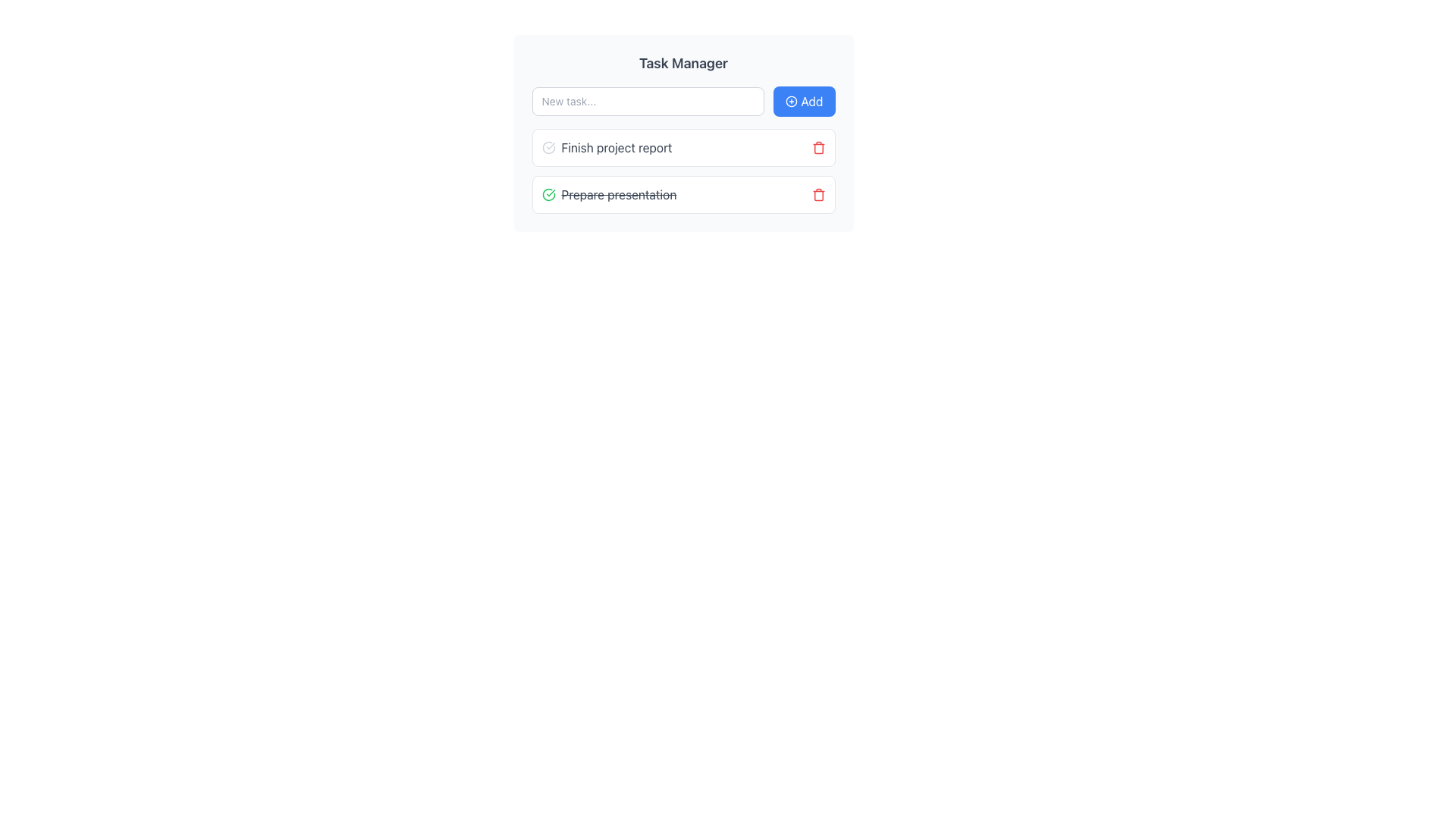  What do you see at coordinates (817, 148) in the screenshot?
I see `the red trashcan icon` at bounding box center [817, 148].